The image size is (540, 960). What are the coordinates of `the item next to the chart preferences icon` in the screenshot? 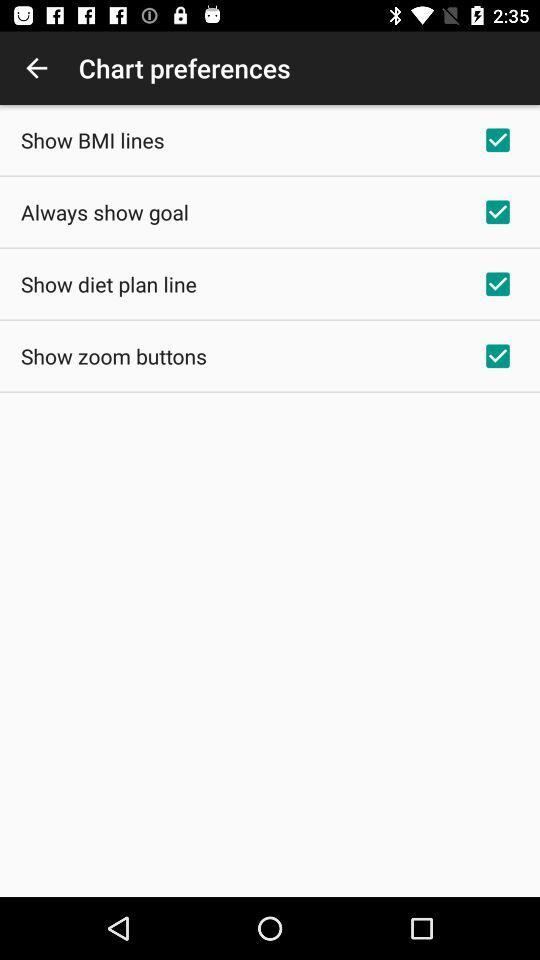 It's located at (36, 68).